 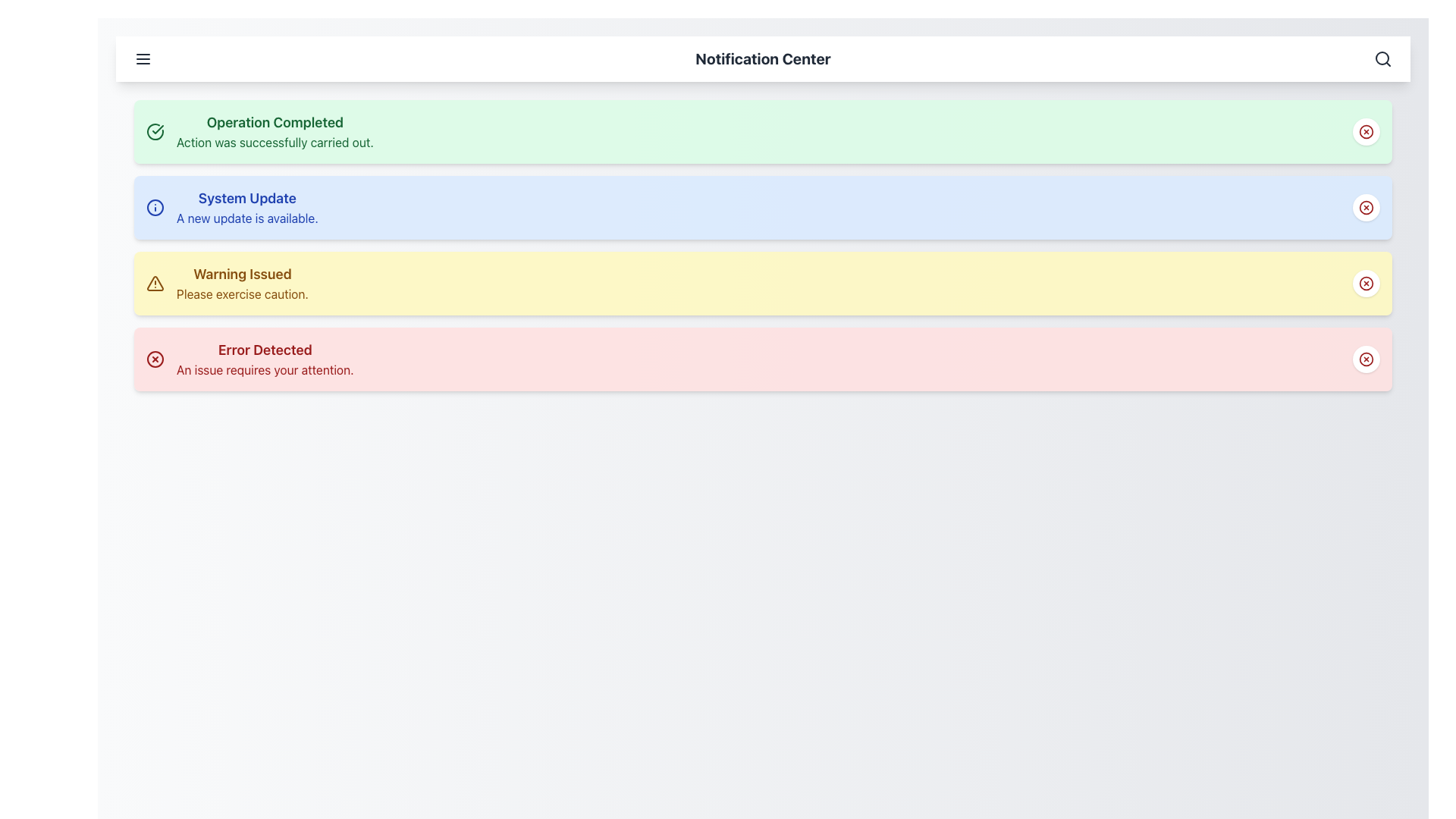 What do you see at coordinates (1383, 58) in the screenshot?
I see `the magnifying glass icon on the right side of the top navigation bar to initiate a search` at bounding box center [1383, 58].